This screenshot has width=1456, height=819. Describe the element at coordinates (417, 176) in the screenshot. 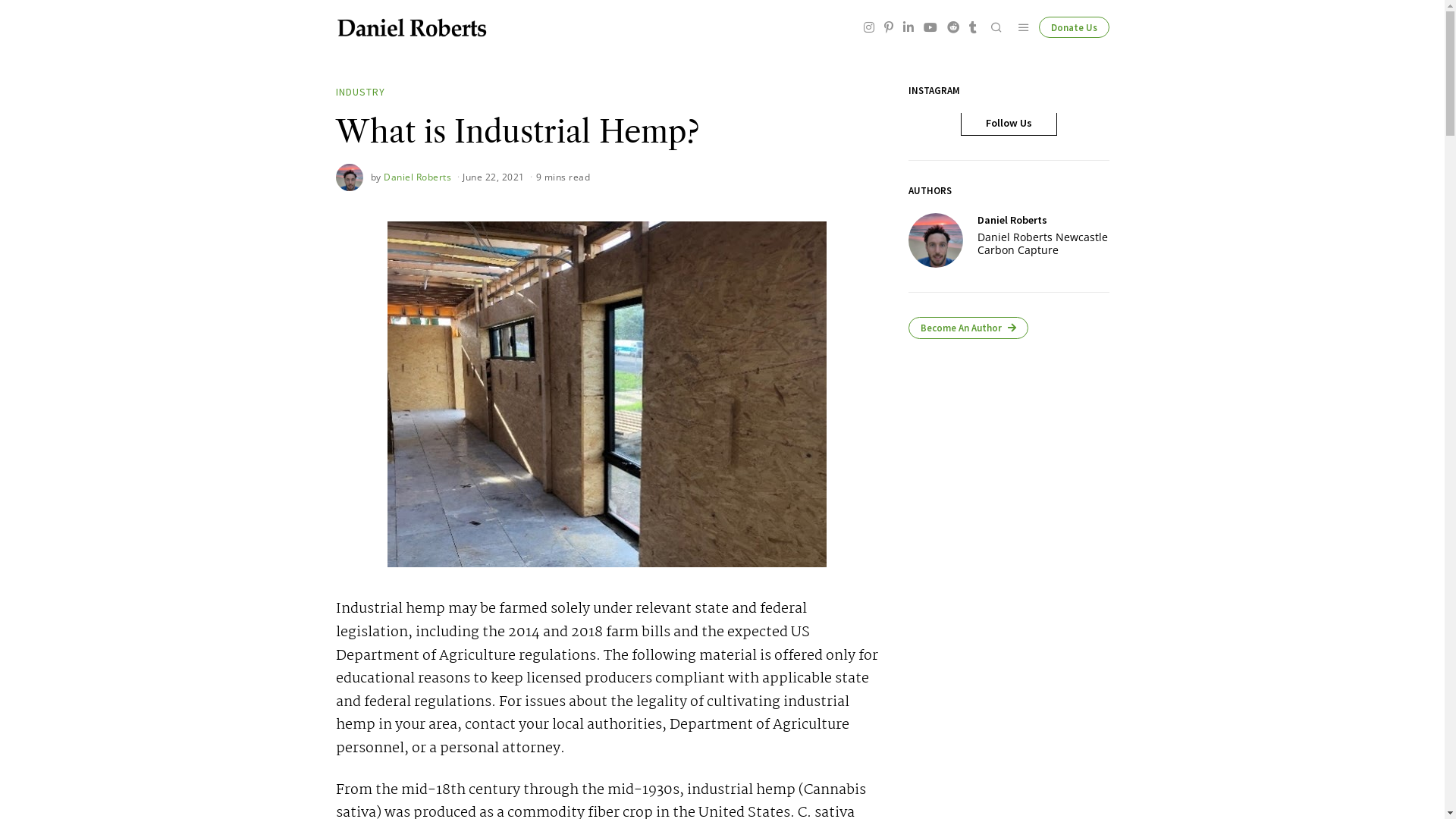

I see `'Daniel Roberts'` at that location.